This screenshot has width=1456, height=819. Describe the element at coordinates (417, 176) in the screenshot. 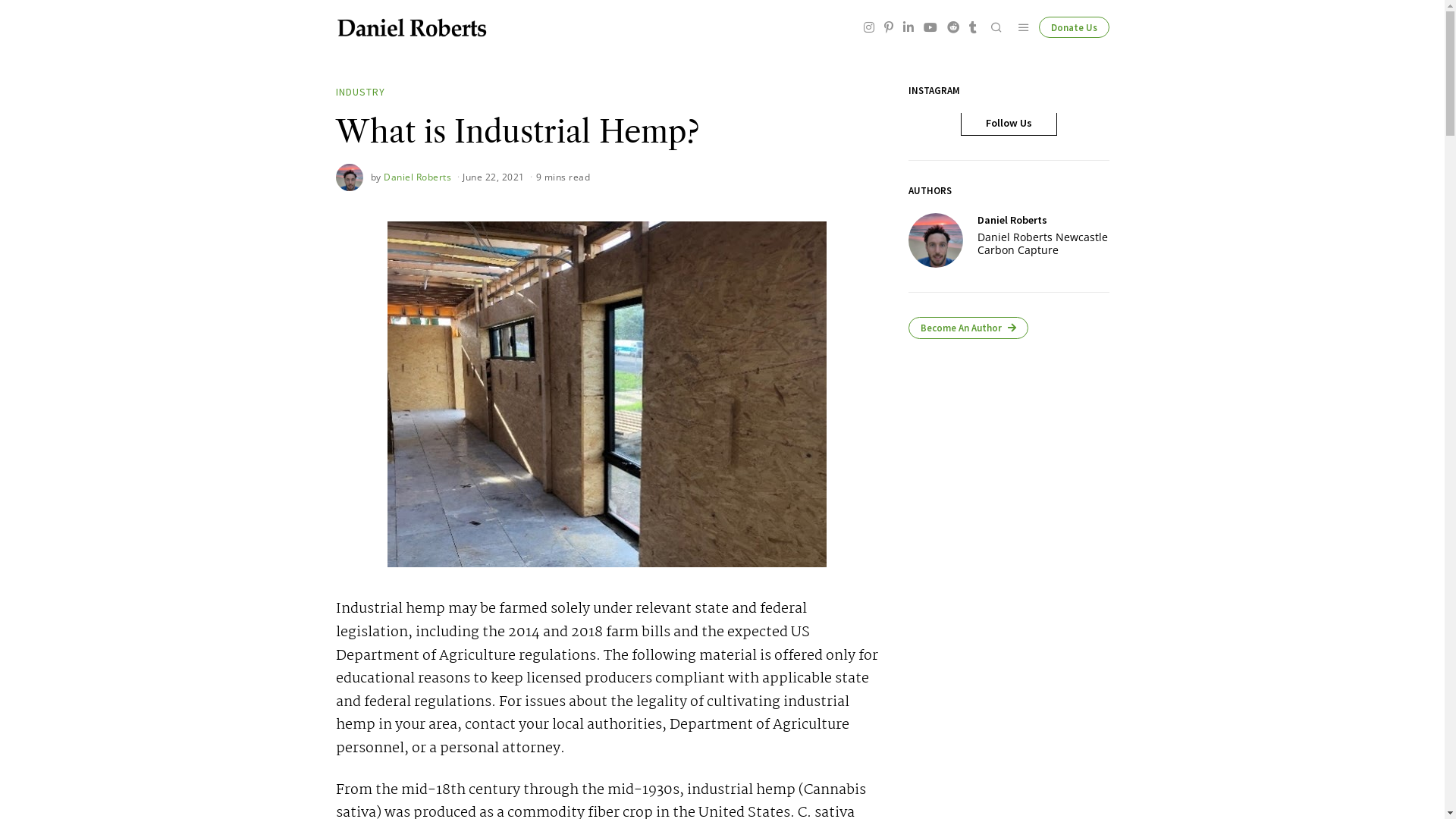

I see `'Daniel Roberts'` at that location.